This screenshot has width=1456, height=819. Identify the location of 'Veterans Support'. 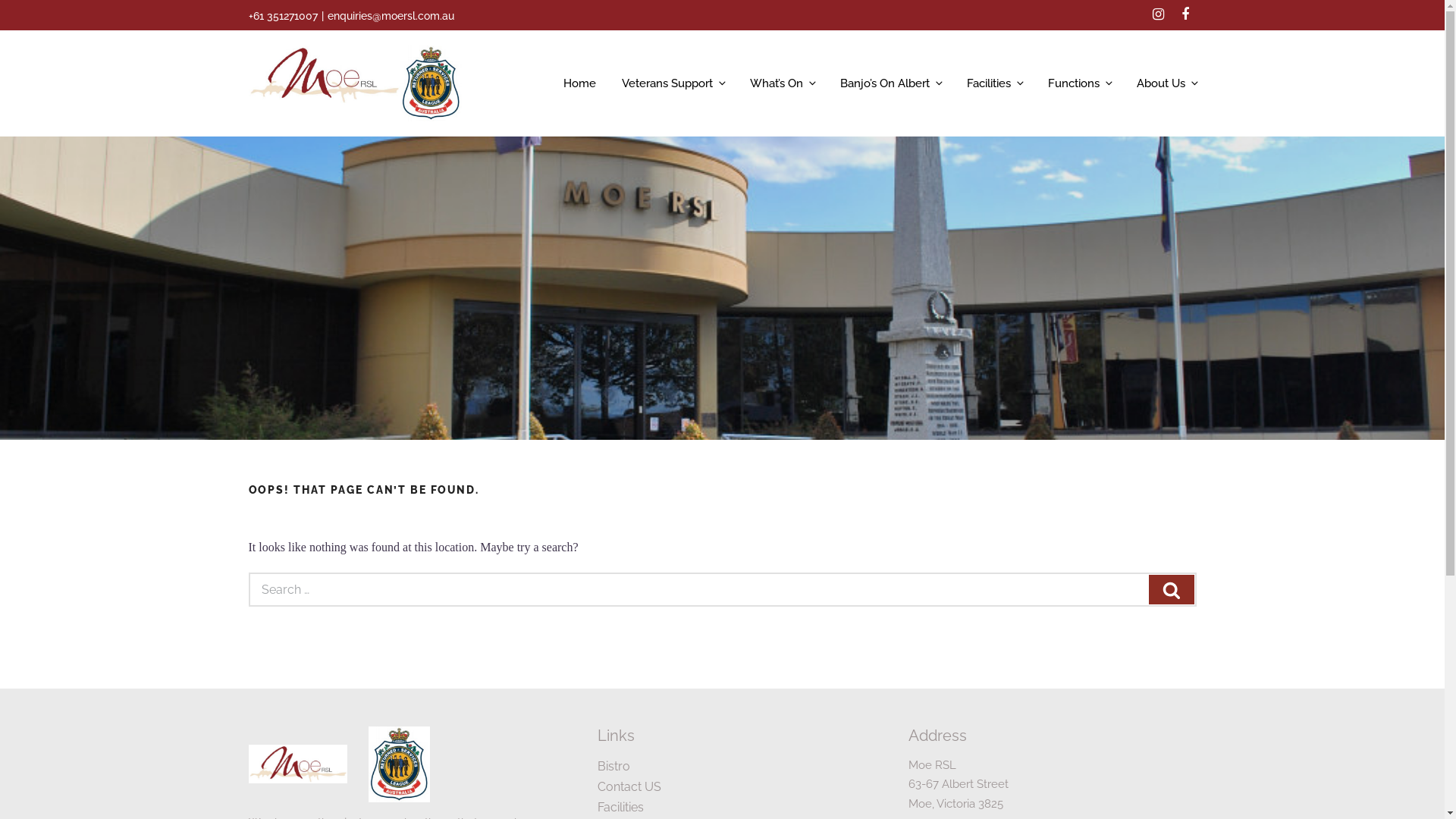
(610, 83).